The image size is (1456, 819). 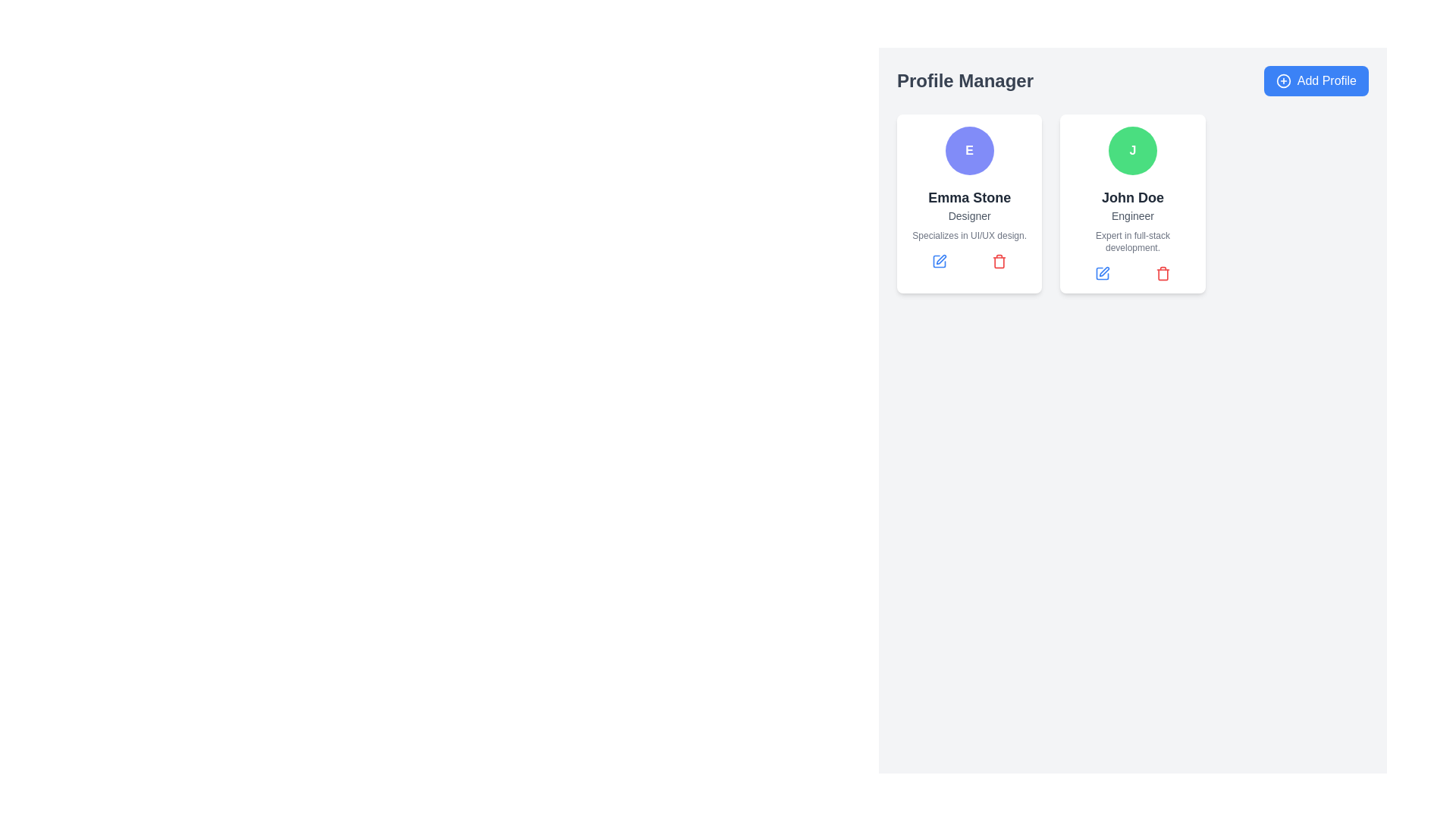 I want to click on the outlined pen icon button for editing, located on the left side of the action icons row within John Doe's profile card, so click(x=938, y=260).